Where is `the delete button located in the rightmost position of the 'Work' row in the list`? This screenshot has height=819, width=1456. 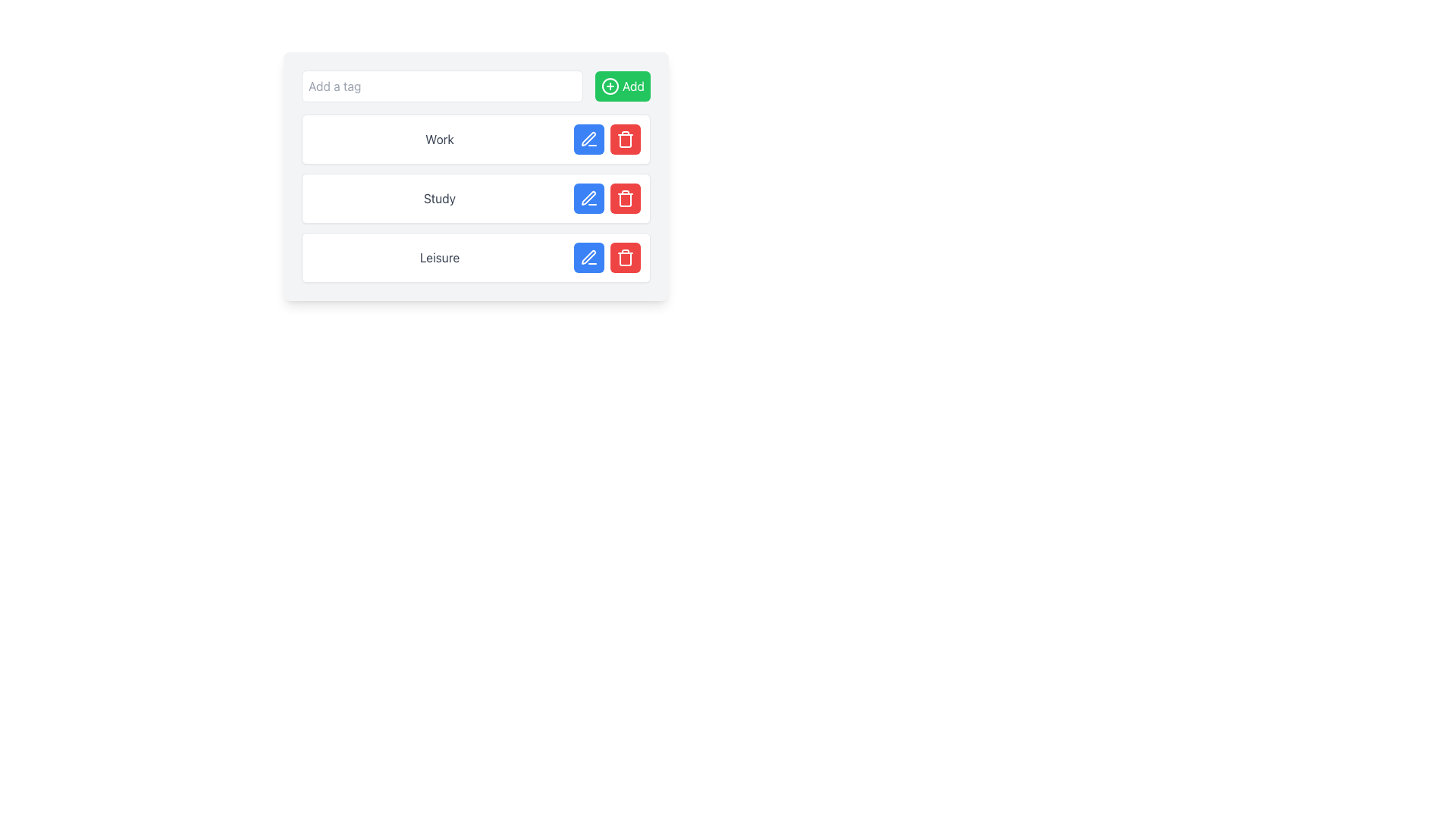
the delete button located in the rightmost position of the 'Work' row in the list is located at coordinates (626, 140).